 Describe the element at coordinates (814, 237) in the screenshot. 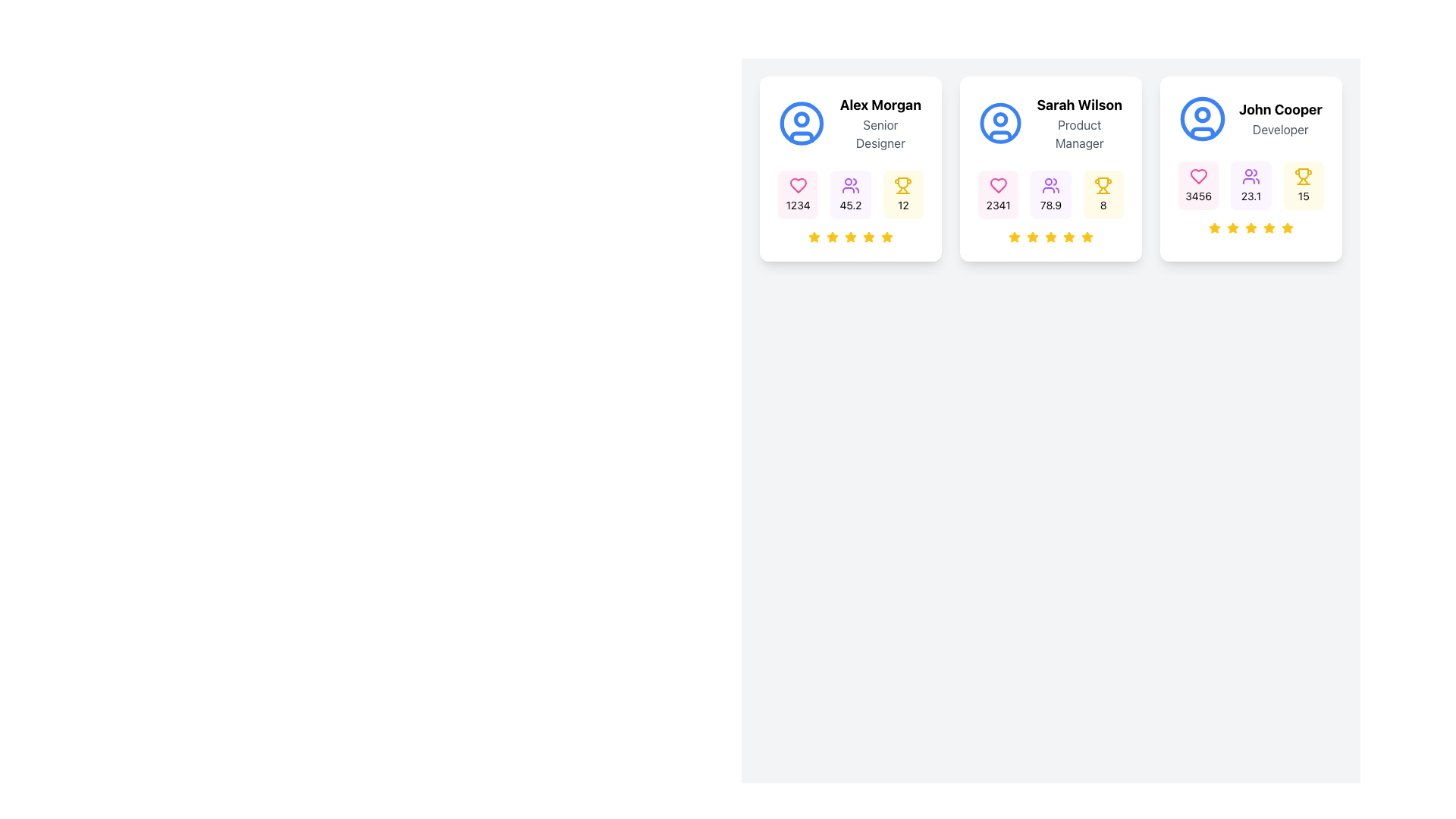

I see `the yellow star-shaped icon, which is the first in a sequence of five stars below the 'Alex Morgan' profile card` at that location.